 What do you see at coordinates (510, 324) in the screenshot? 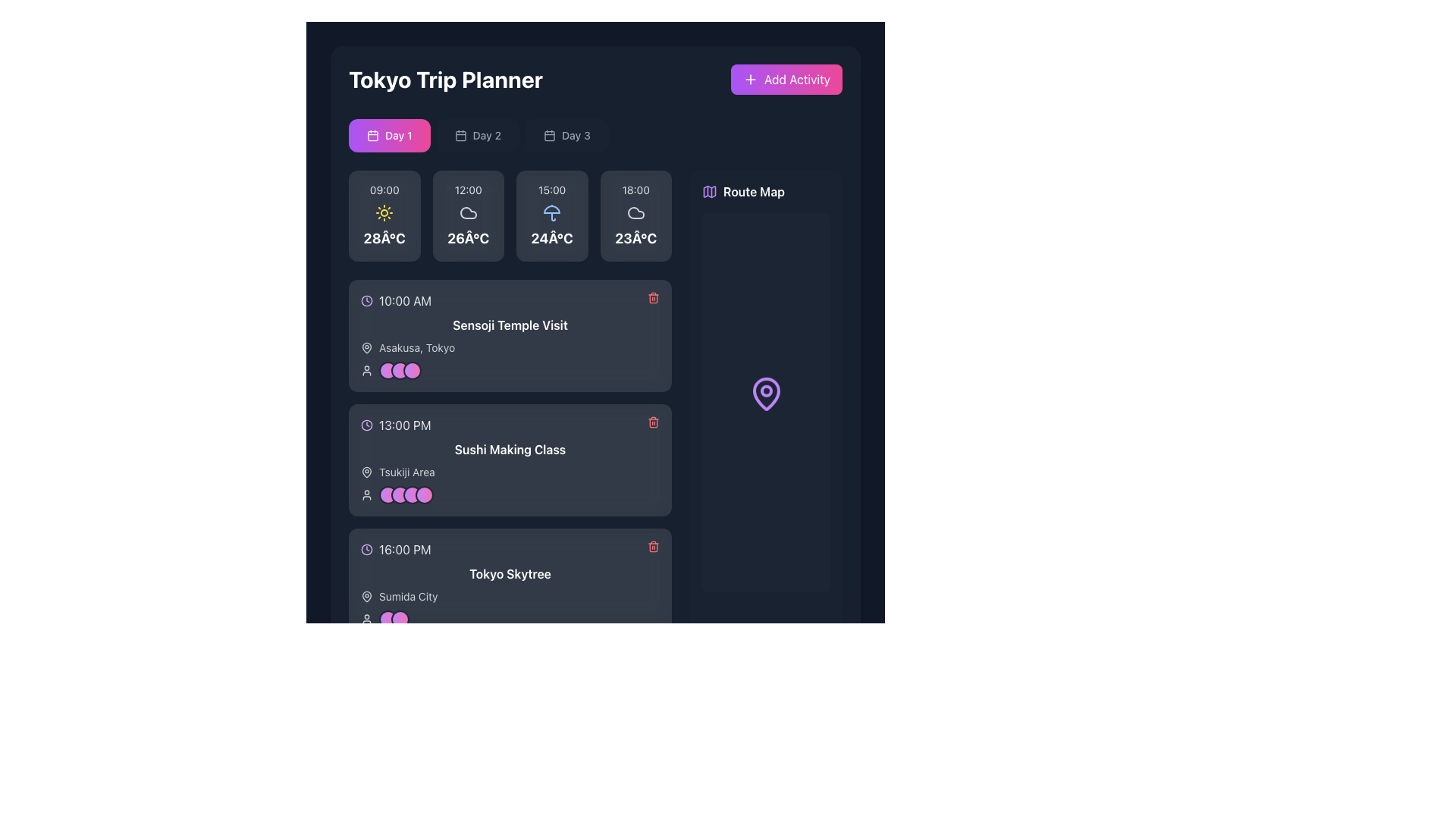
I see `text label displaying 'Sensoji Temple Visit' in bold white font, located in the trip planner interface above the location details and below the time` at bounding box center [510, 324].